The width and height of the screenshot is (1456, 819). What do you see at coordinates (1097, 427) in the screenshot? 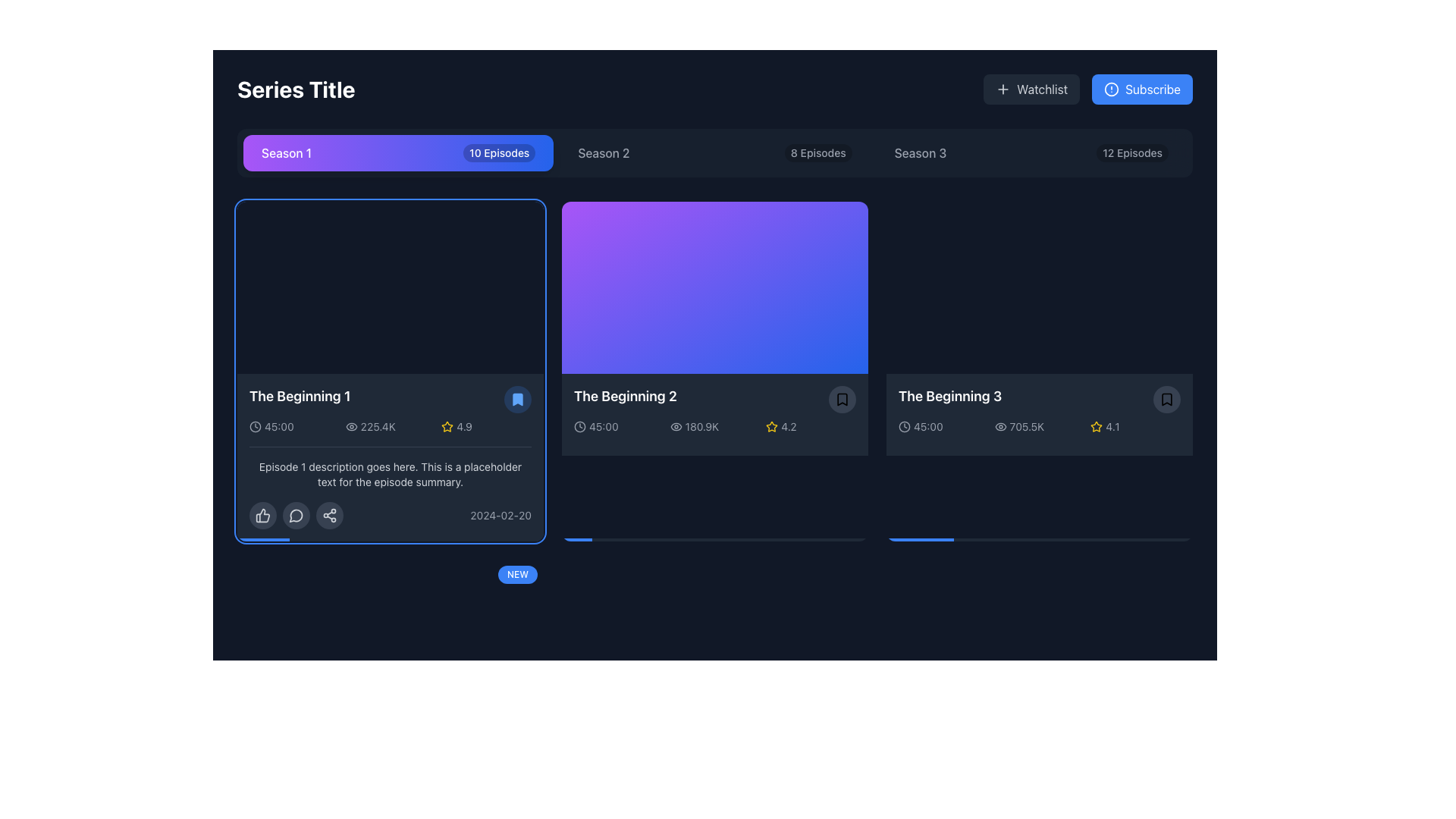
I see `the gold star-shaped icon indicating a rating symbol next to the numeric value '4.1' in the rating section of 'The Beginning 3' card` at bounding box center [1097, 427].